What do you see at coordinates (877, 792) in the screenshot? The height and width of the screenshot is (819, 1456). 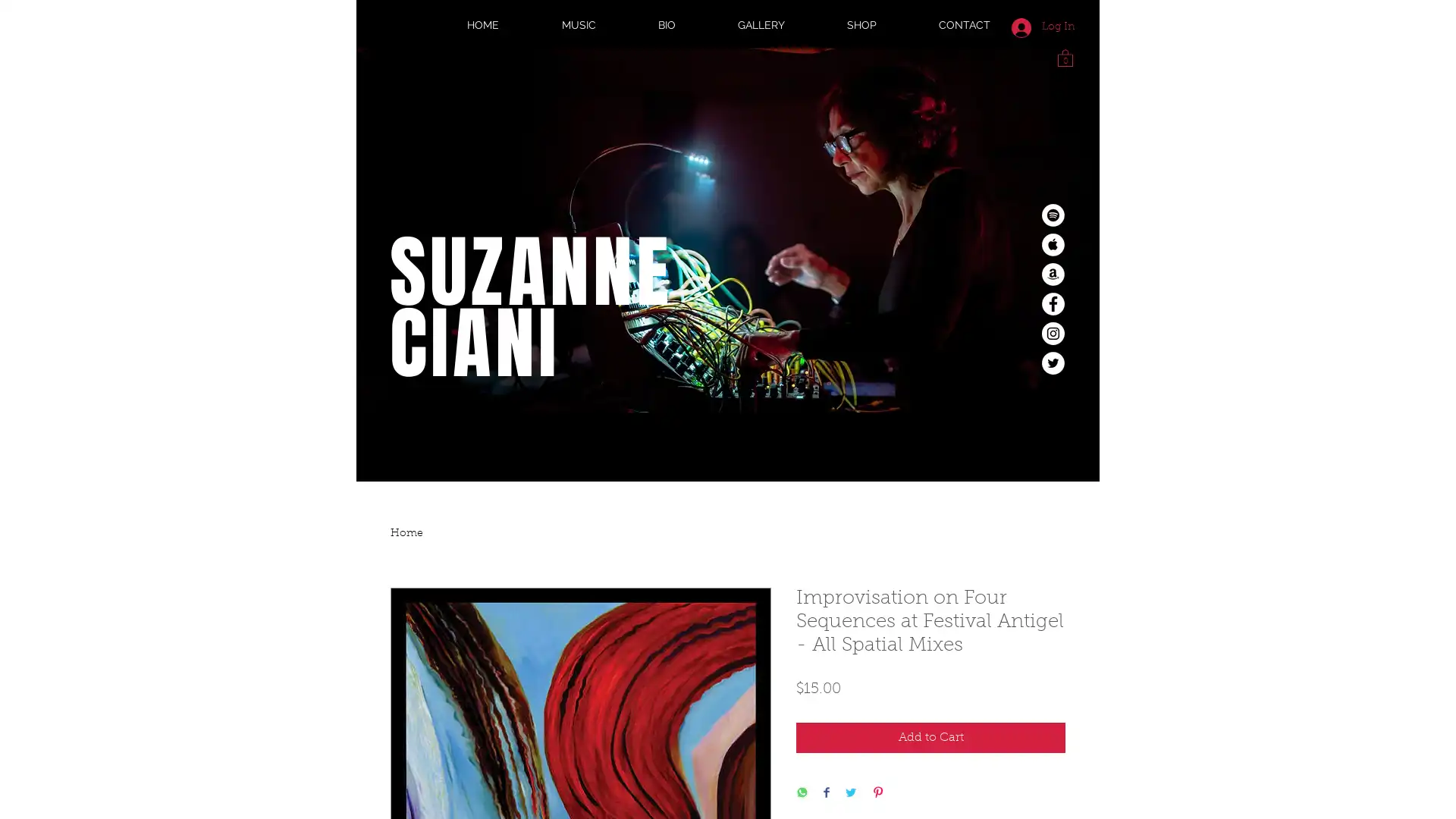 I see `Pin on Pinterest` at bounding box center [877, 792].